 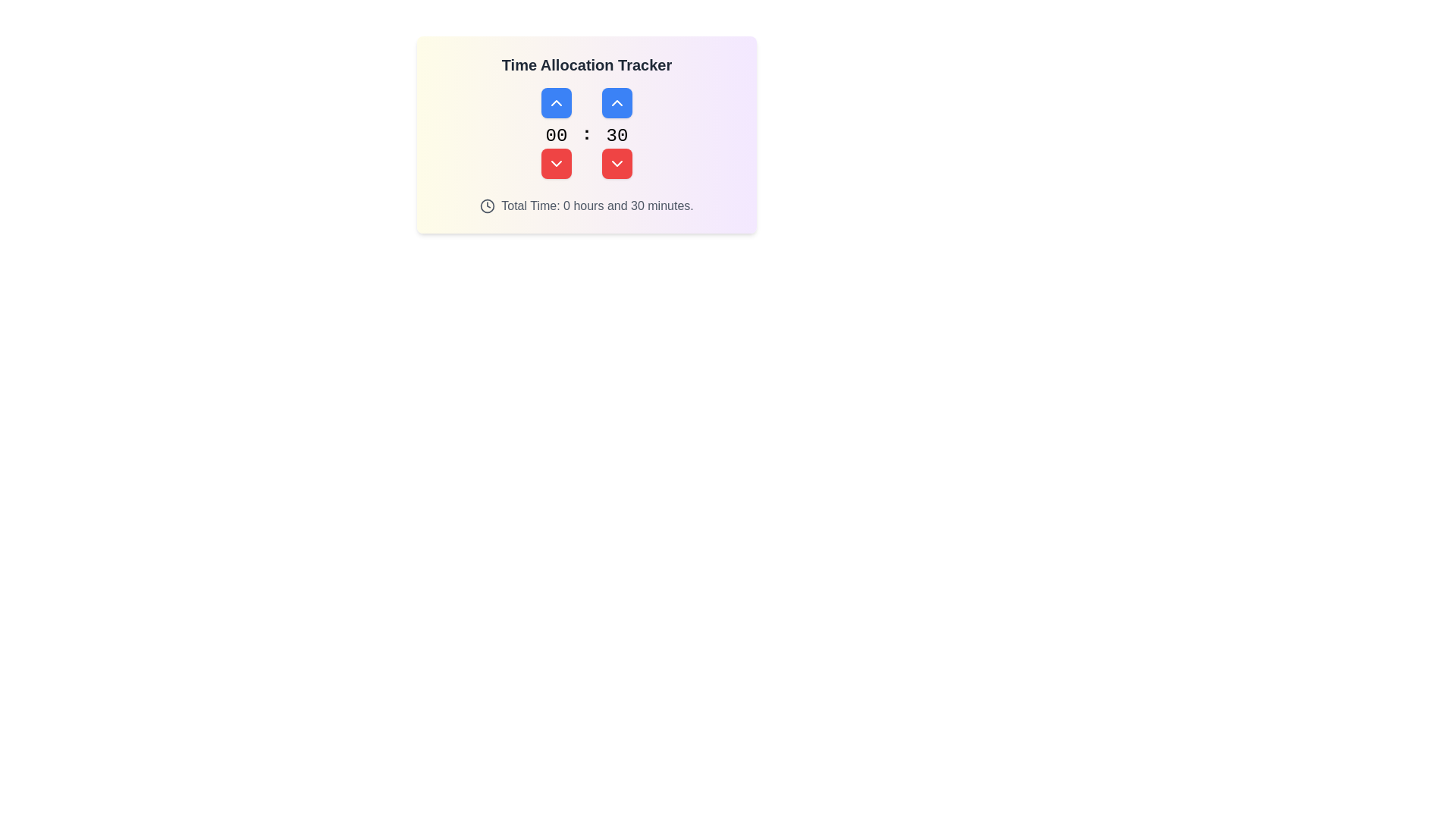 I want to click on the Text element displaying the current value of minutes in the time allocation interface, which is positioned between the upward and downward arrow icons, so click(x=617, y=136).